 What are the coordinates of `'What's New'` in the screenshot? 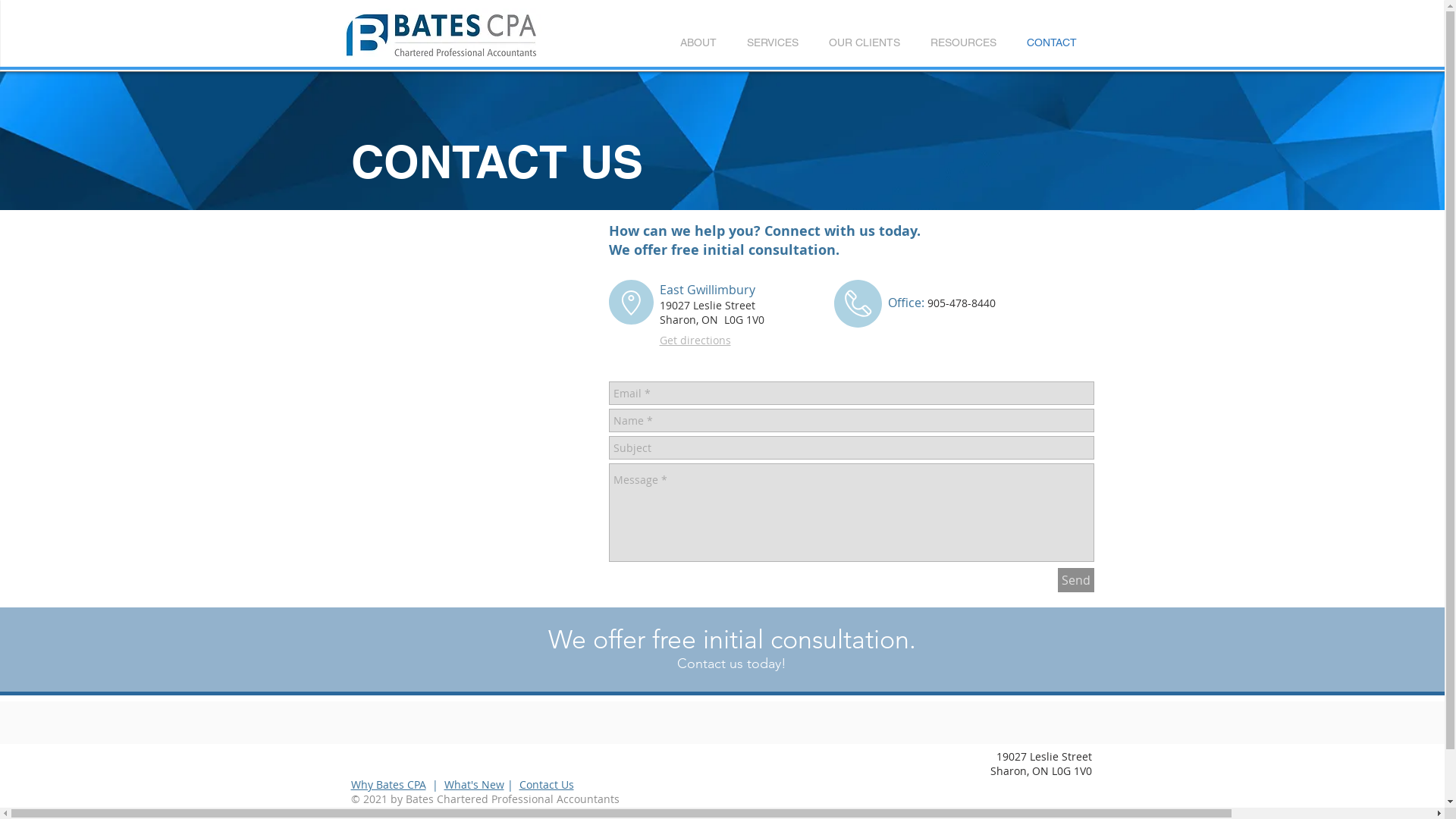 It's located at (473, 784).